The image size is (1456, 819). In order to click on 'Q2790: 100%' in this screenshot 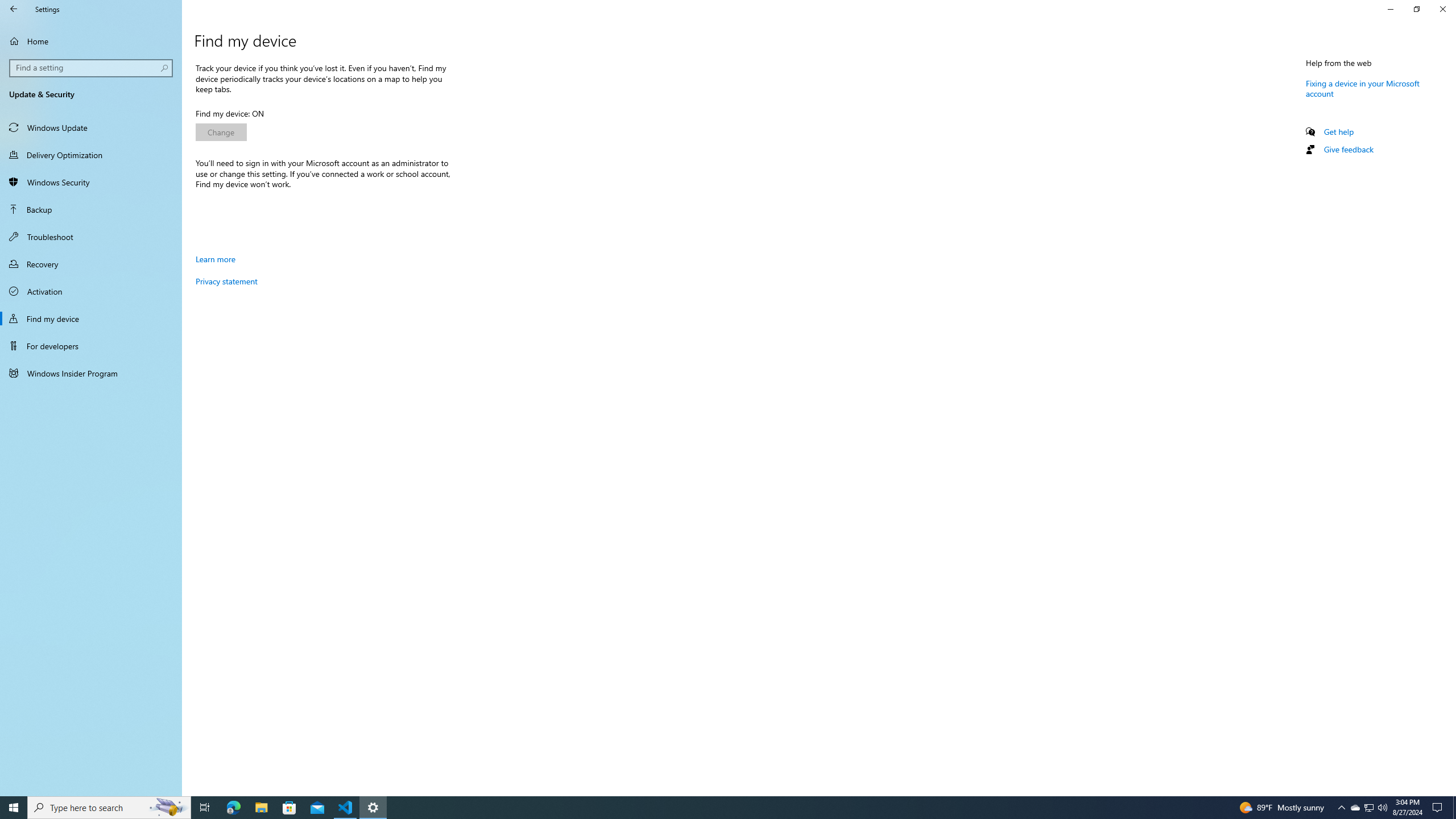, I will do `click(1381, 806)`.